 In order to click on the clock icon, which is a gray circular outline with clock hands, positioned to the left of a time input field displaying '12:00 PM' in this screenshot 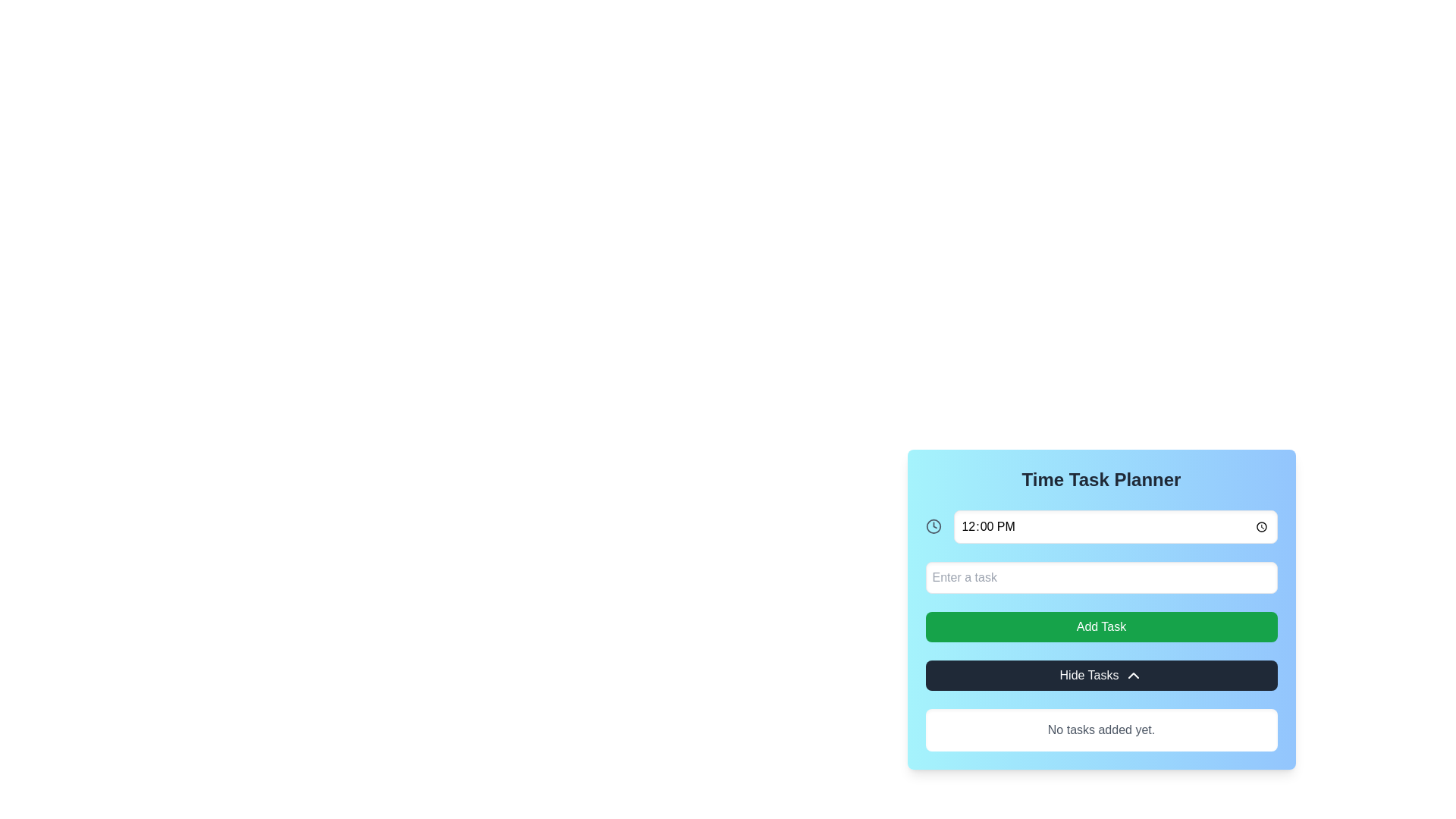, I will do `click(933, 526)`.